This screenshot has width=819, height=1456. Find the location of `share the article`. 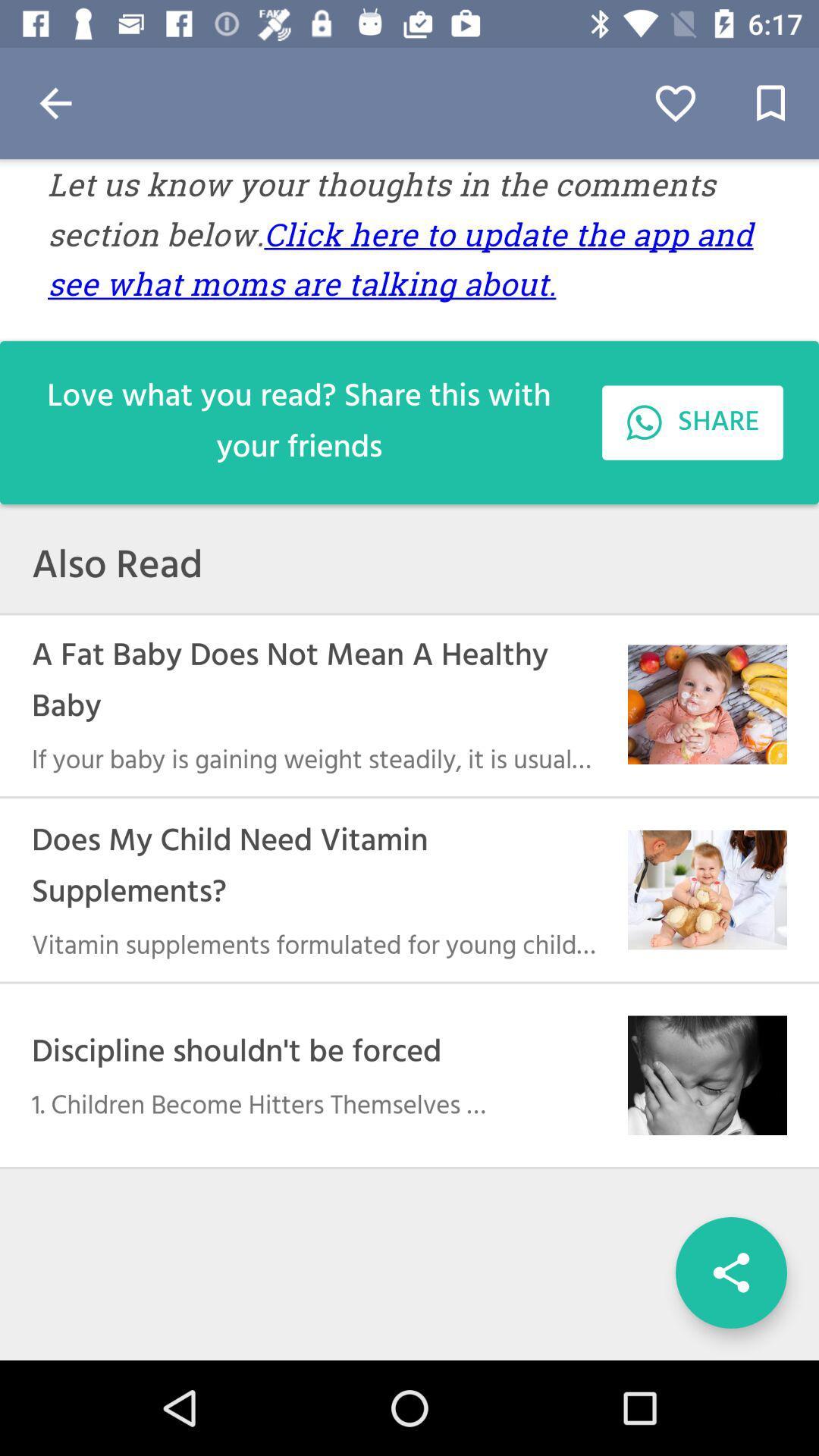

share the article is located at coordinates (730, 1272).